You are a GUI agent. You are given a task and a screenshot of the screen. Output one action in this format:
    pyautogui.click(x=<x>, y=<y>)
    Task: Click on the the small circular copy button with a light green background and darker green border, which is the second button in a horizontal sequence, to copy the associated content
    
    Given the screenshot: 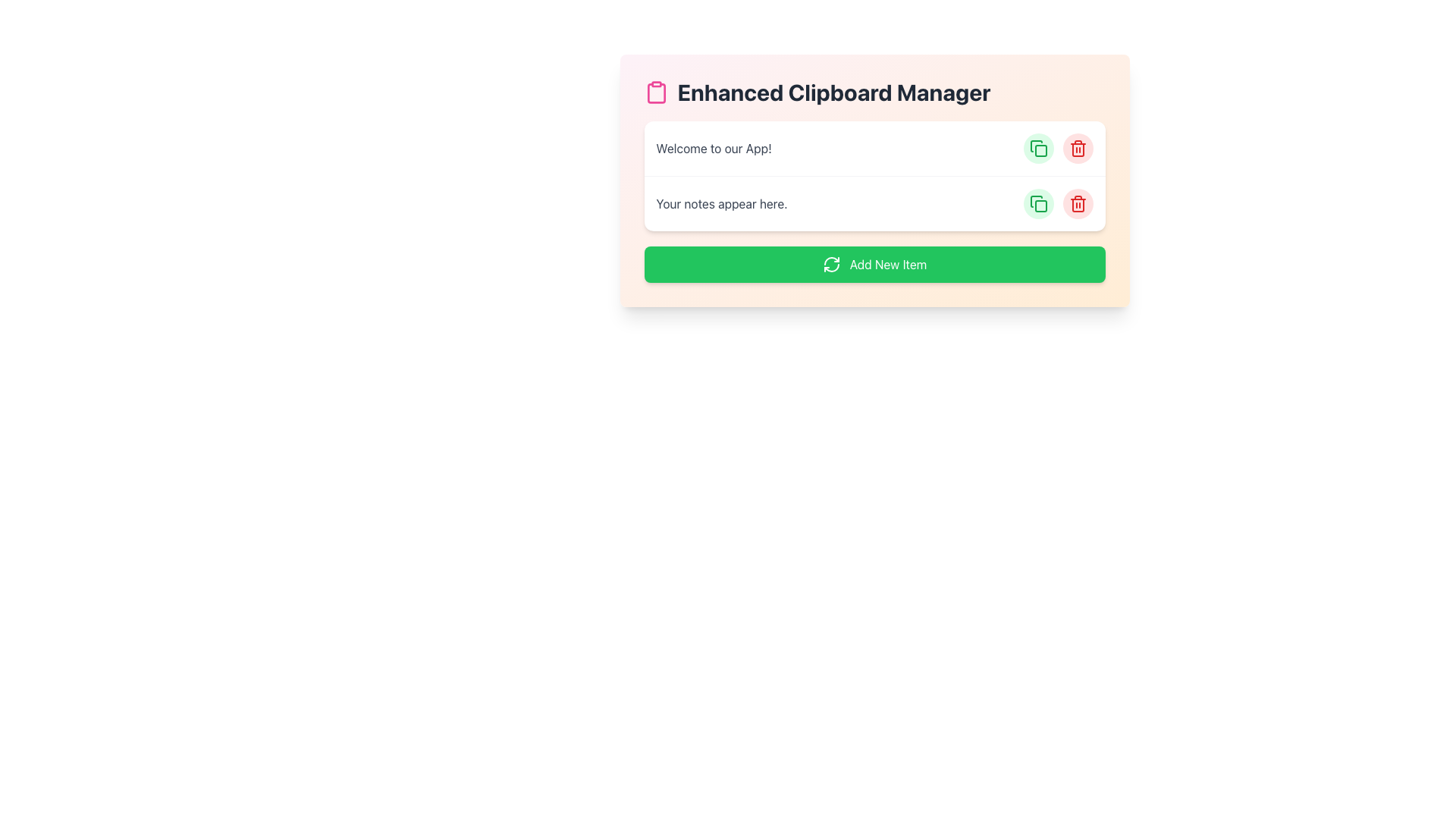 What is the action you would take?
    pyautogui.click(x=1037, y=203)
    